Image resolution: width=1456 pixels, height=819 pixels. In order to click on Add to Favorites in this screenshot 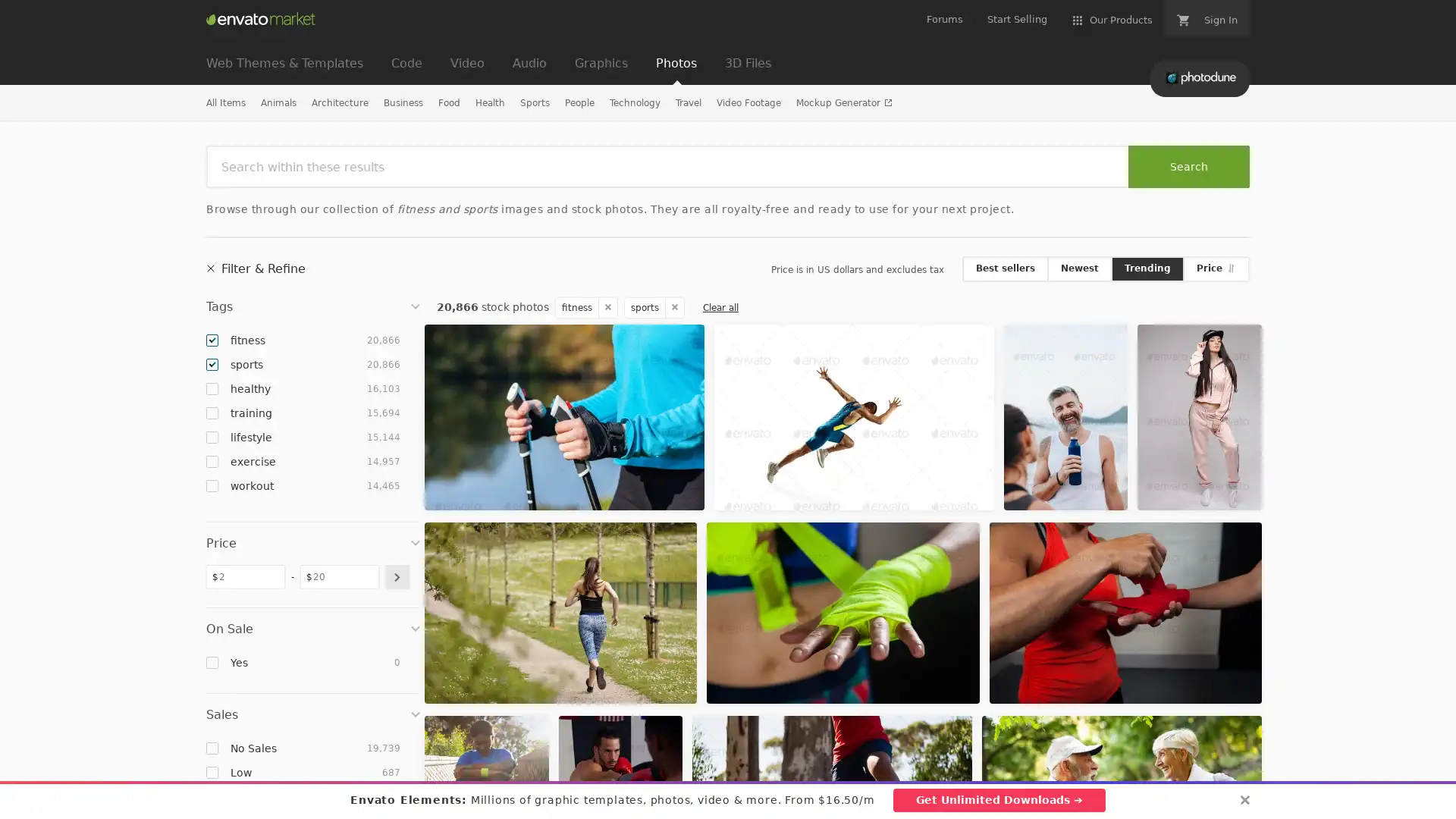, I will do `click(1241, 734)`.